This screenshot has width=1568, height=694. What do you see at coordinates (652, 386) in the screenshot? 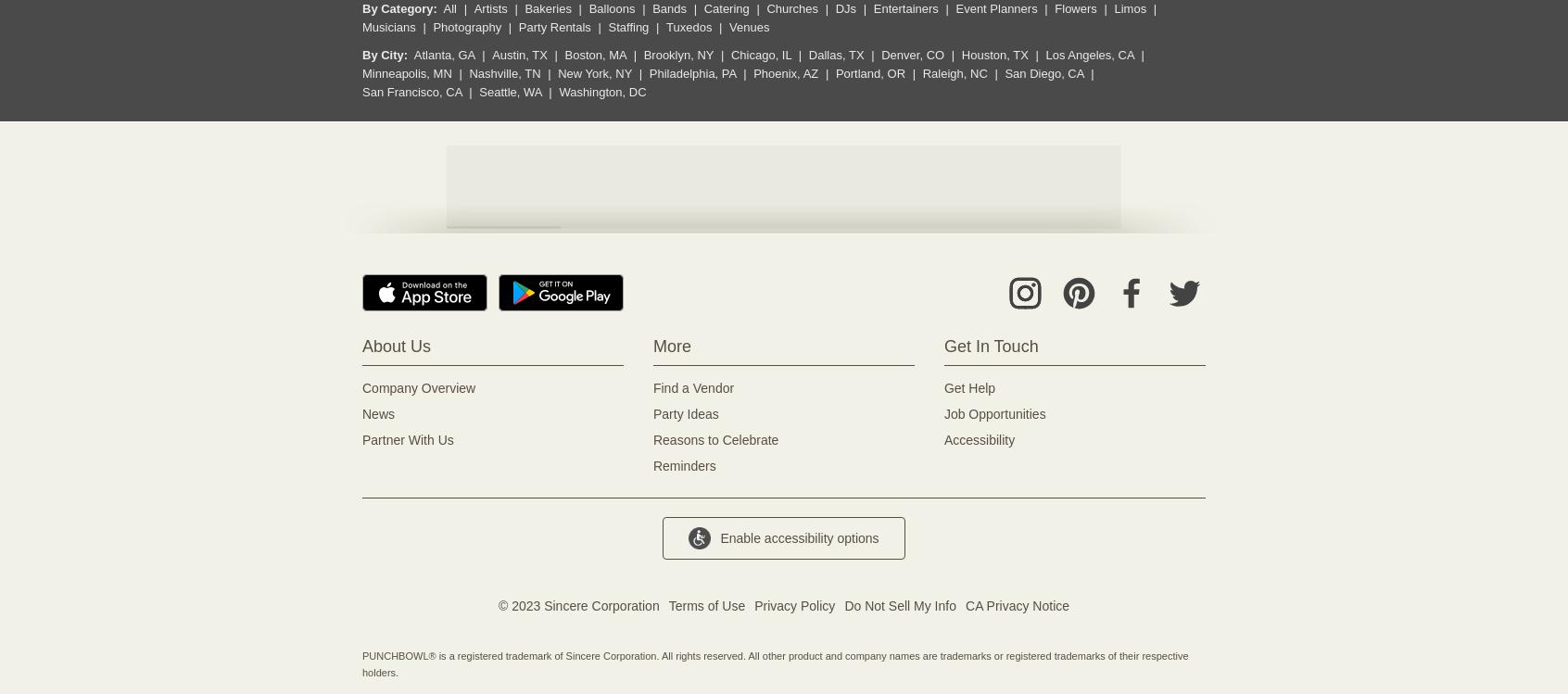
I see `'Find a Vendor'` at bounding box center [652, 386].